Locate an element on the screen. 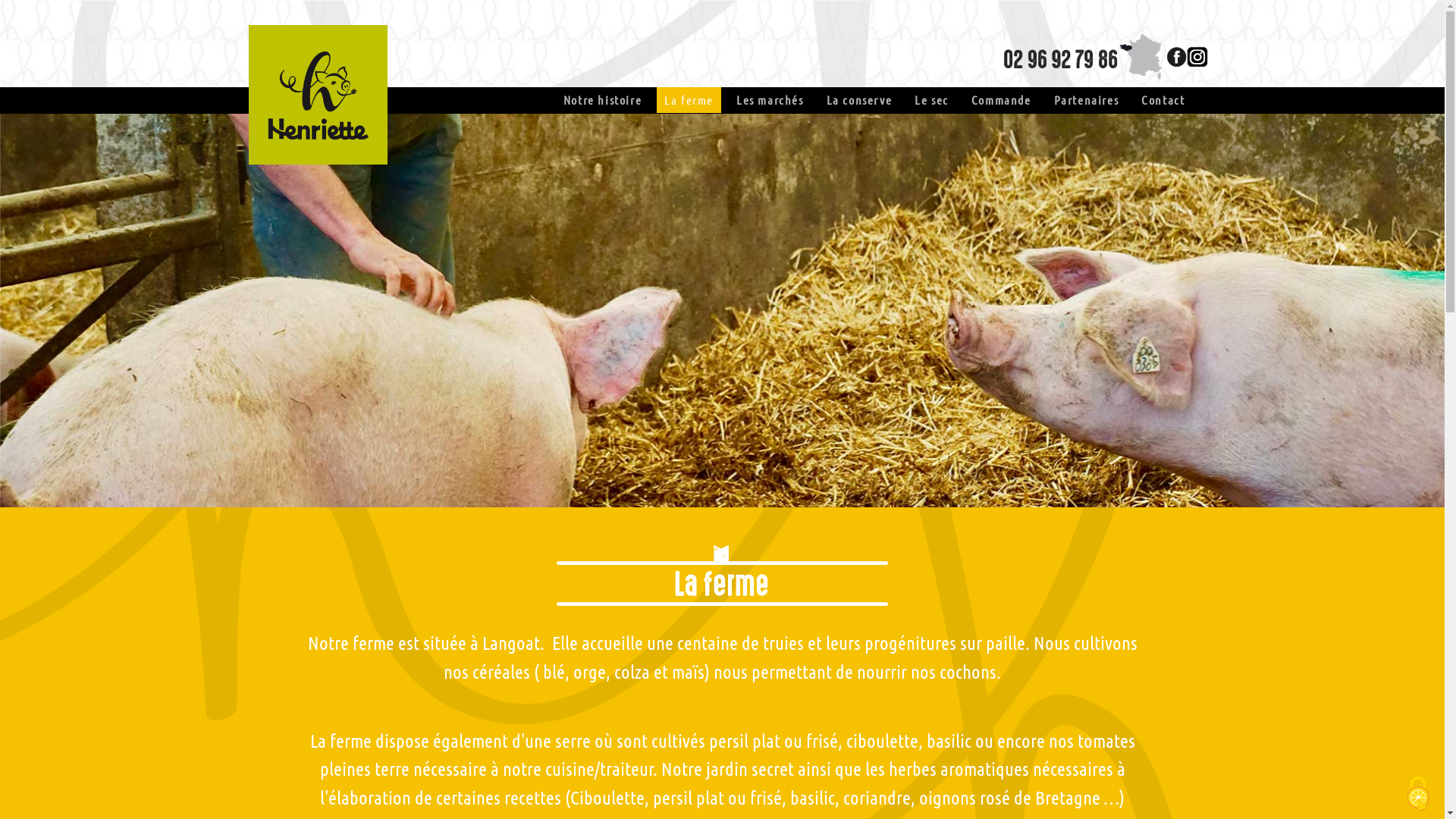 The width and height of the screenshot is (1456, 819). 'Cookies (modal window)' is located at coordinates (1417, 792).